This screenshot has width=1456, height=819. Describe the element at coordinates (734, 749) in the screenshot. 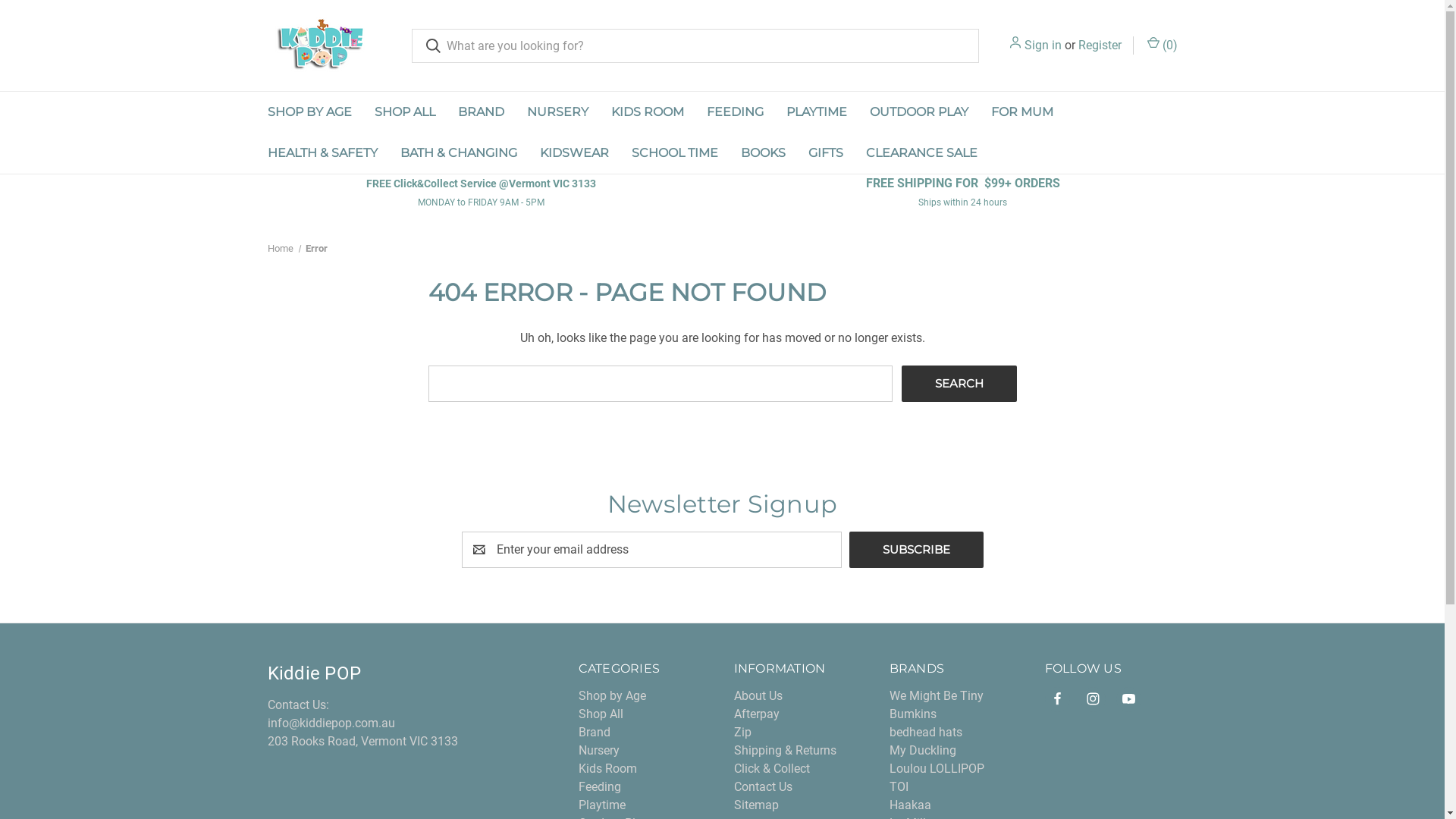

I see `'Shipping & Returns'` at that location.